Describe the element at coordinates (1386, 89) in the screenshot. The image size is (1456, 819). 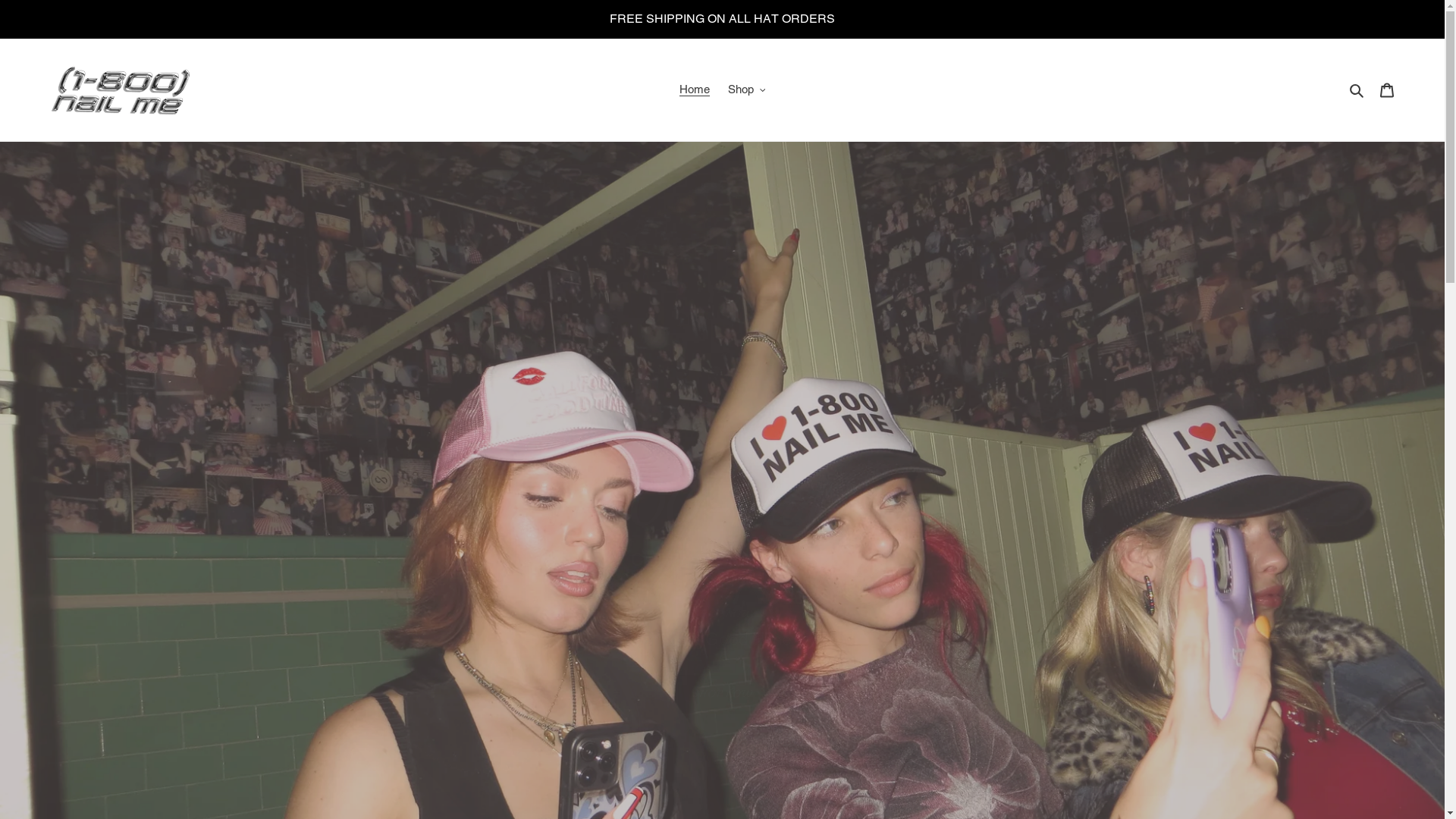
I see `'Cart'` at that location.